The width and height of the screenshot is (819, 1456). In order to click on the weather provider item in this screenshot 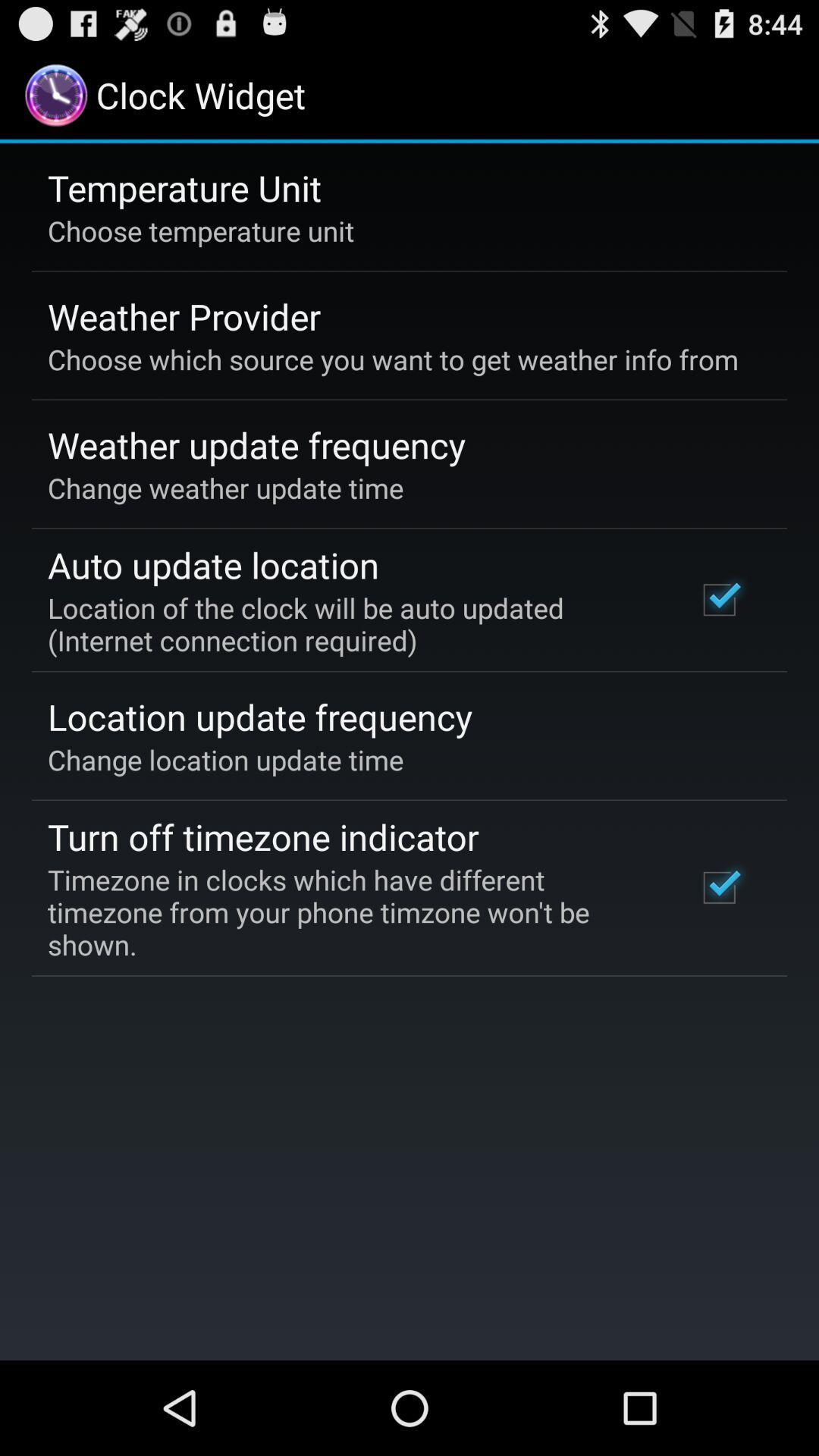, I will do `click(184, 315)`.